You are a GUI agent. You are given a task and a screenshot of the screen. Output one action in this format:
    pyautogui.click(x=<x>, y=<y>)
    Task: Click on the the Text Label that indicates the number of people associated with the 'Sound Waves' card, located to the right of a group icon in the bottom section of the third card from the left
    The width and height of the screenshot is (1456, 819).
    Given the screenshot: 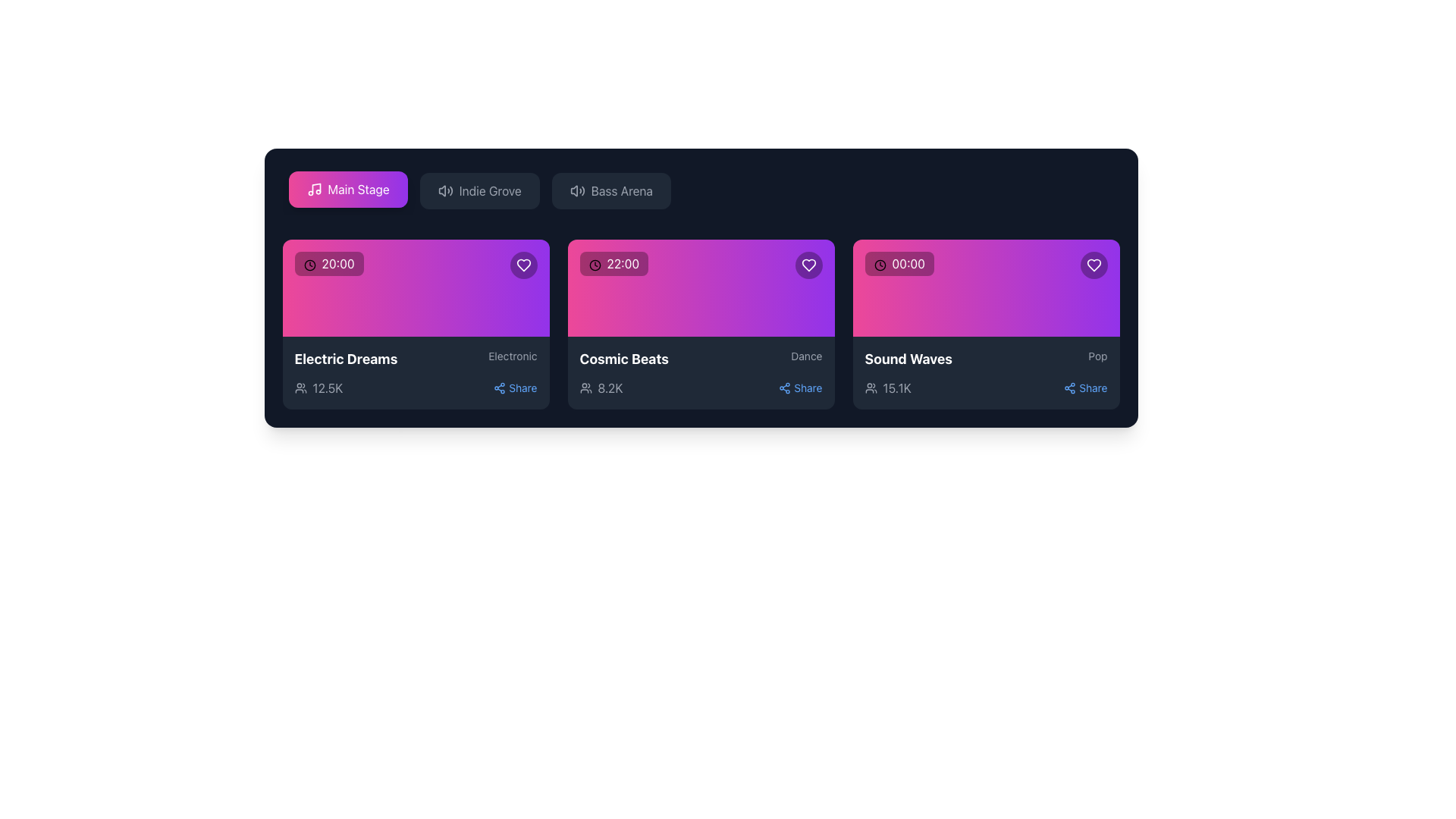 What is the action you would take?
    pyautogui.click(x=897, y=388)
    